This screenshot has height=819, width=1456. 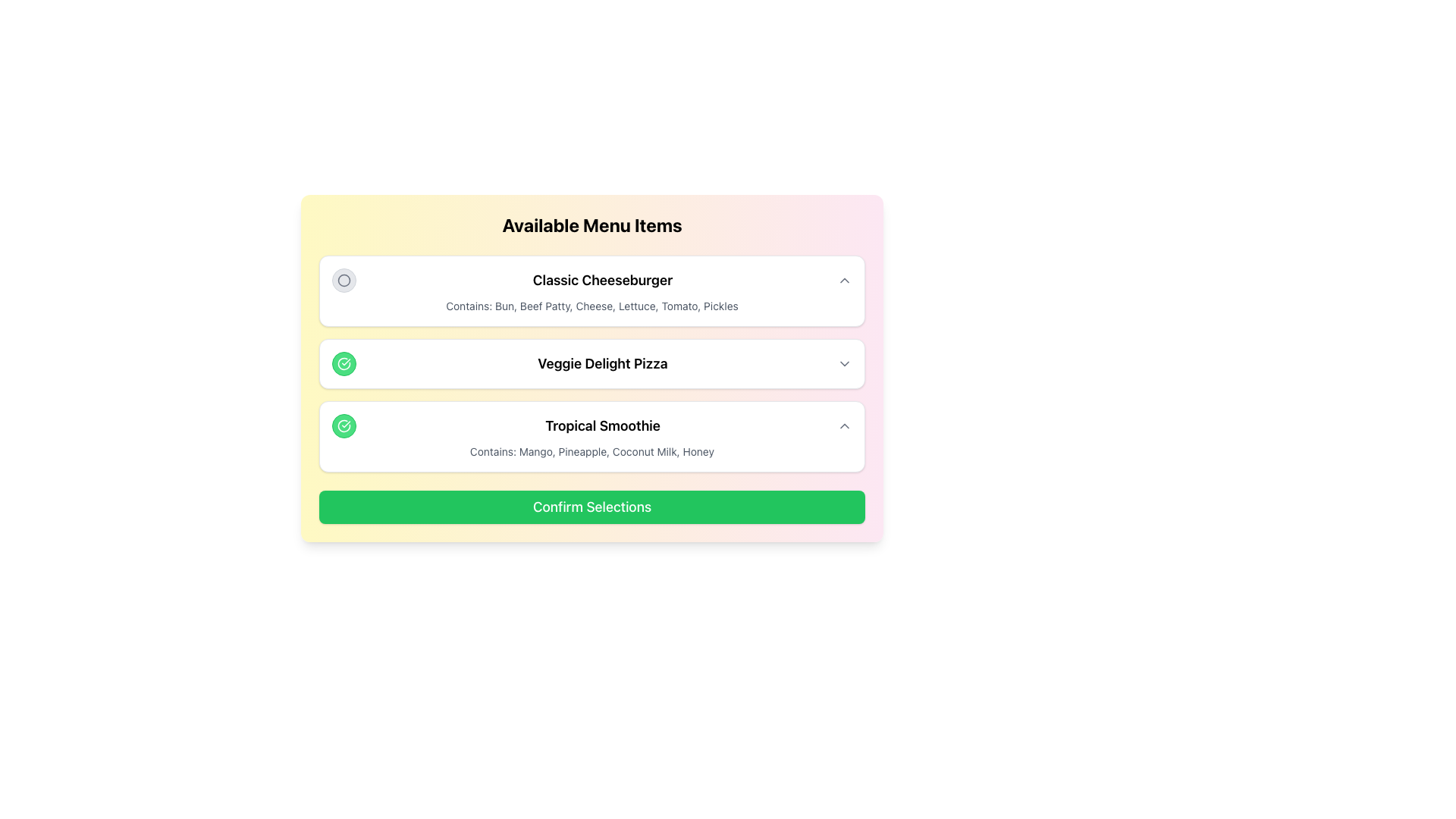 What do you see at coordinates (344, 363) in the screenshot?
I see `the third icon from the top in the vertical list of menu items, located to the left of the 'Tropical Smoothie' text` at bounding box center [344, 363].